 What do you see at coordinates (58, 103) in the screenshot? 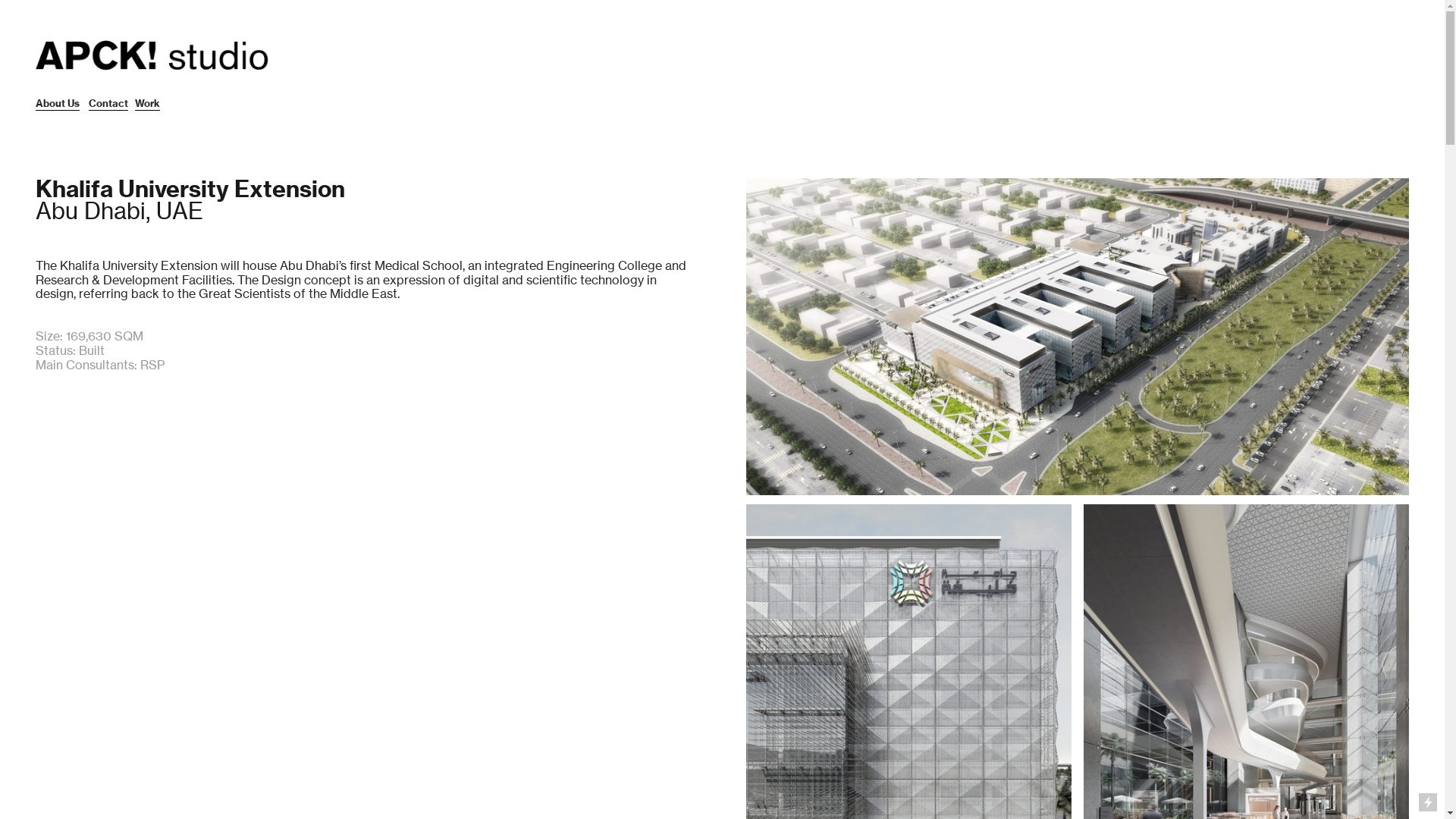
I see `'About Us'` at bounding box center [58, 103].